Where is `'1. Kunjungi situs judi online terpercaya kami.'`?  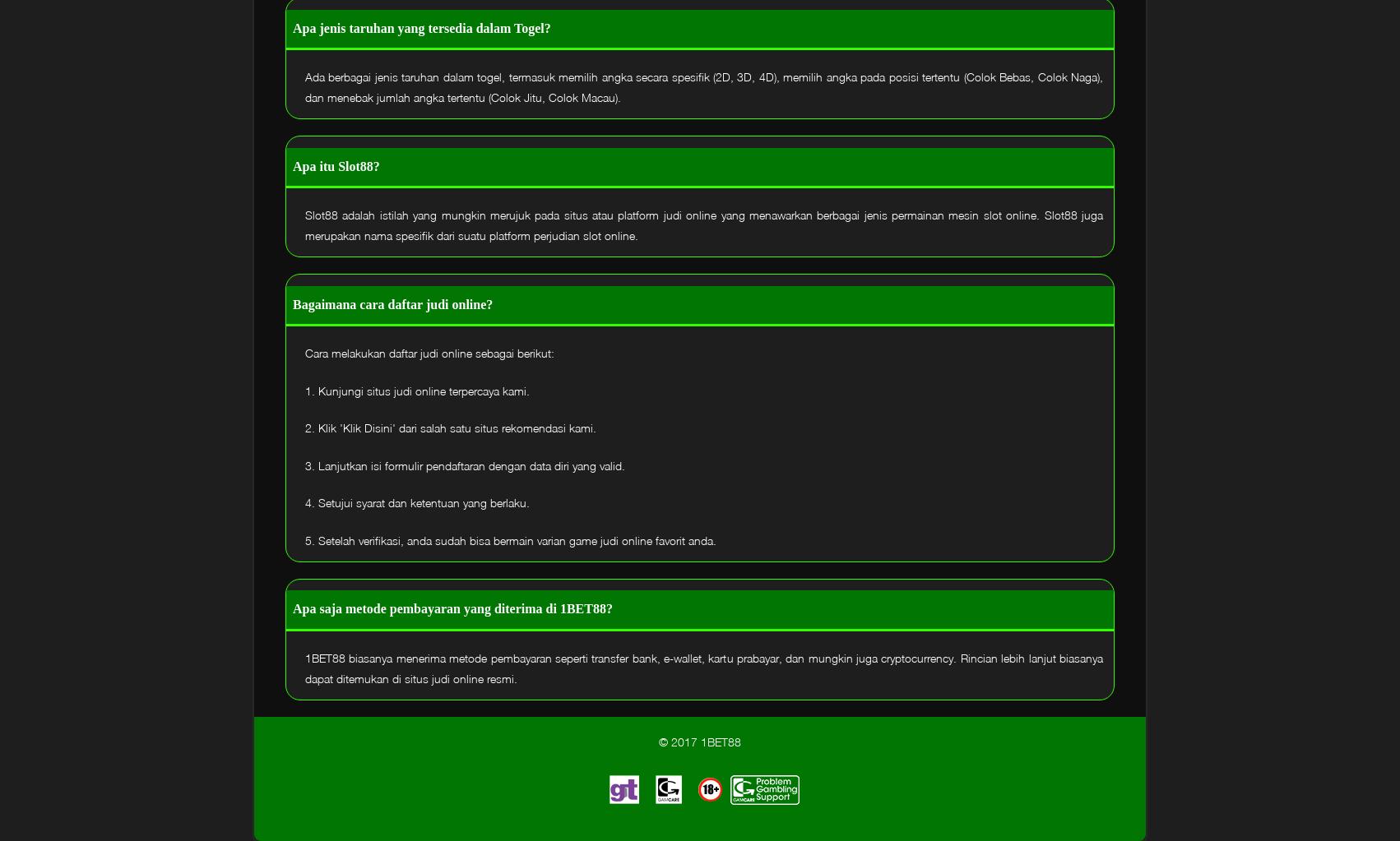
'1. Kunjungi situs judi online terpercaya kami.' is located at coordinates (416, 390).